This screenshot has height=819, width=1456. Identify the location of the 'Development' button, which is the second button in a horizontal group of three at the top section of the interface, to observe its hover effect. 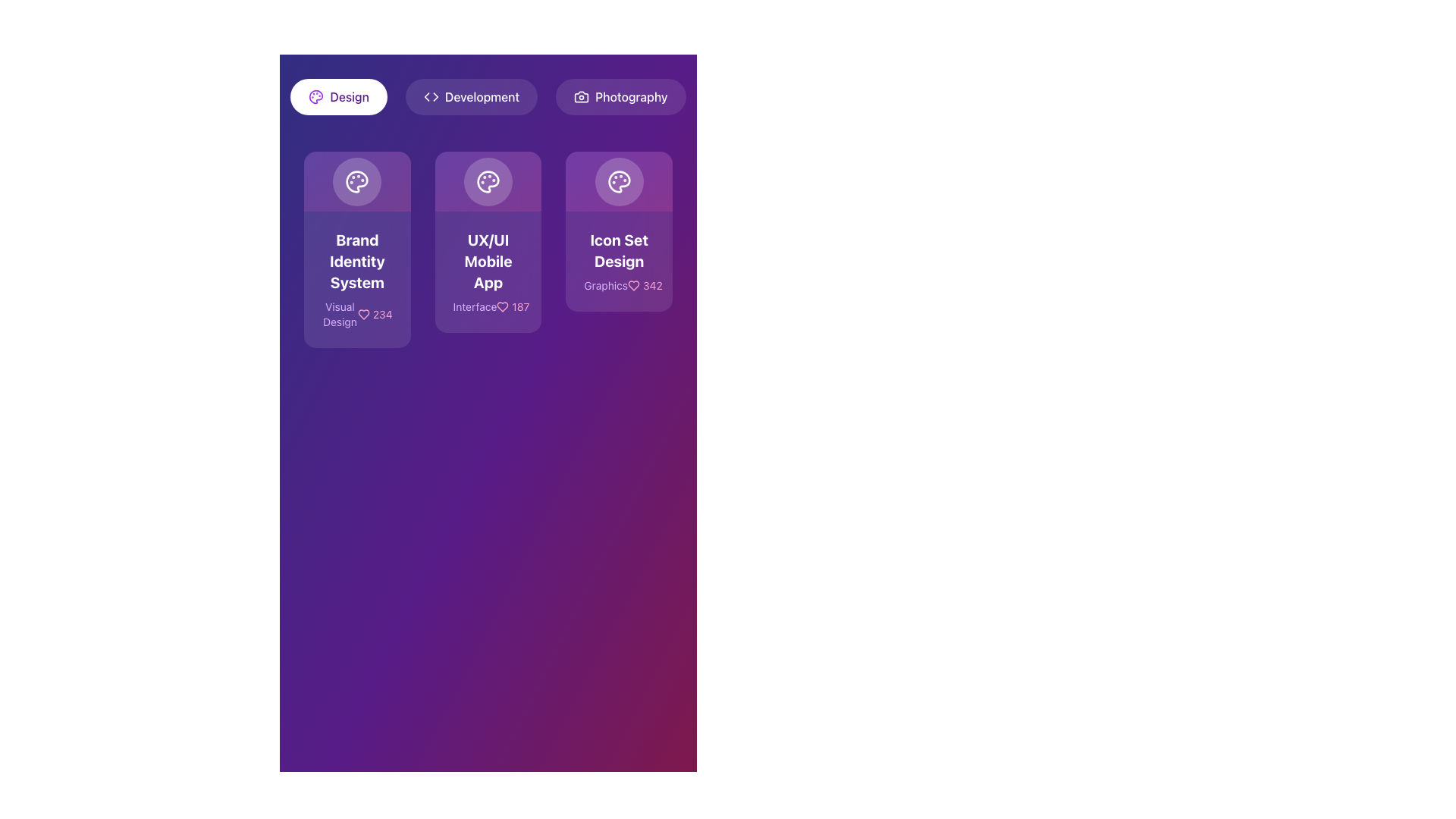
(471, 96).